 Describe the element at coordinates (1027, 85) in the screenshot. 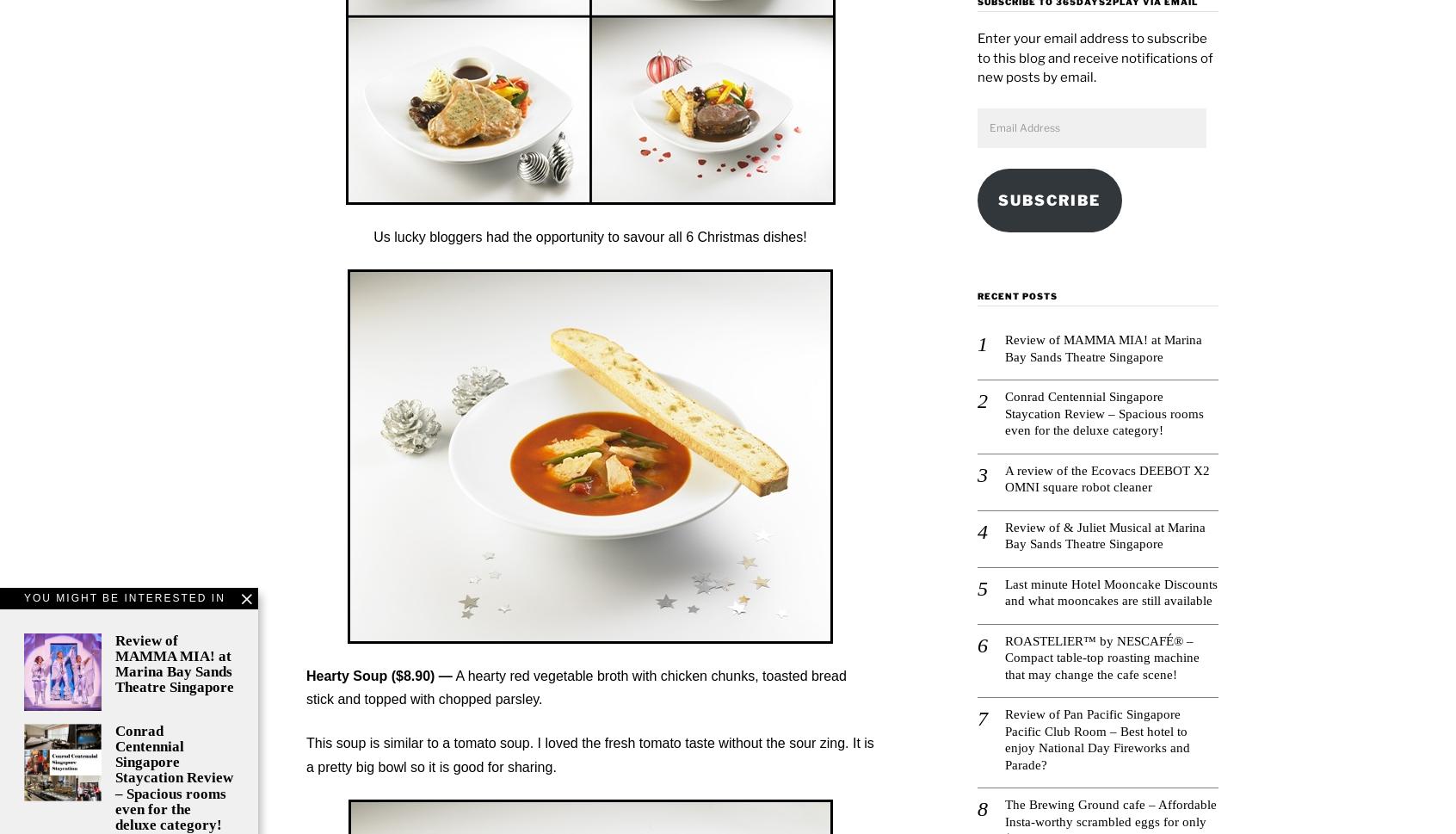

I see `'Travel'` at that location.